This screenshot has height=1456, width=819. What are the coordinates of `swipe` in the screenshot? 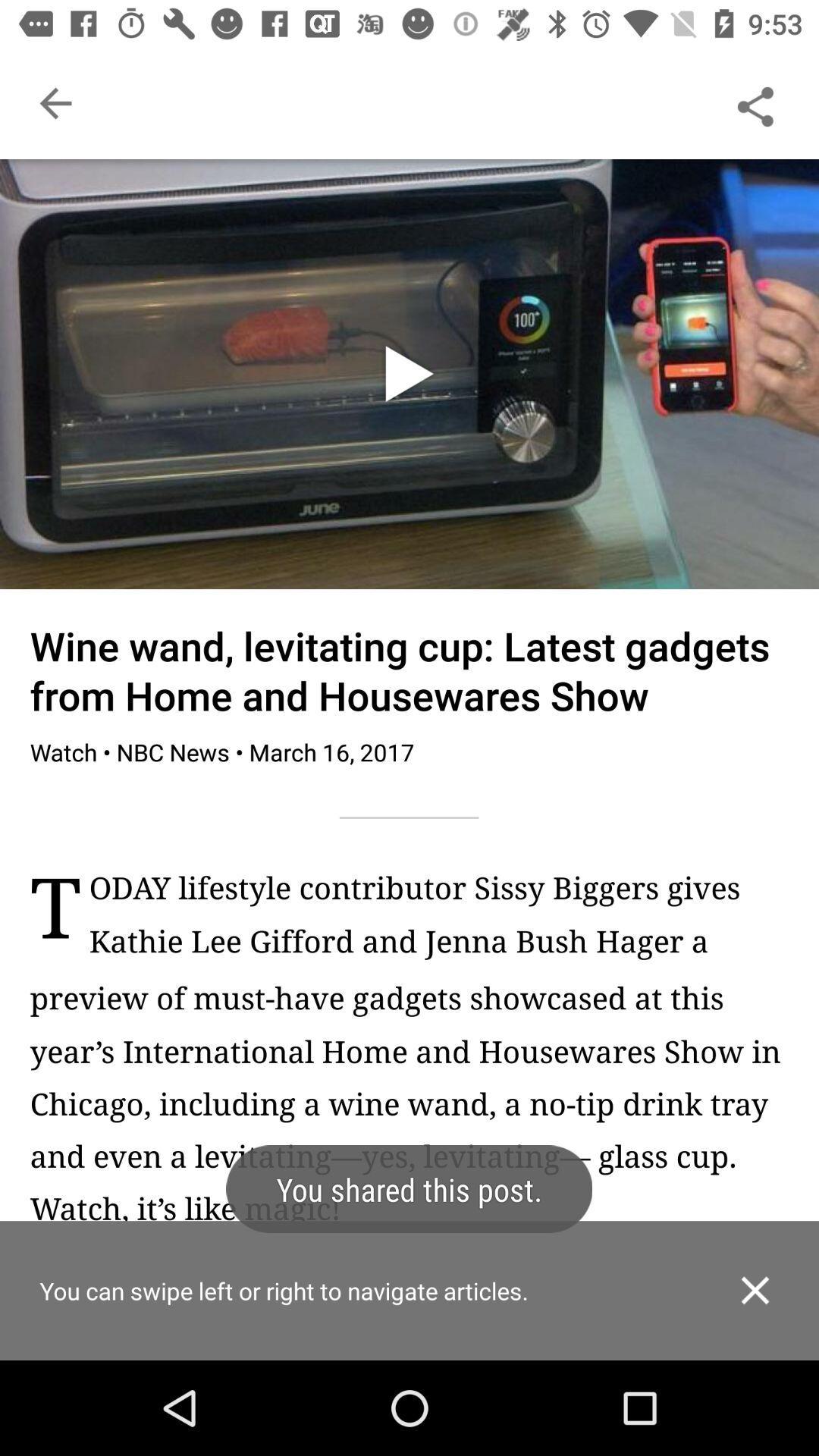 It's located at (409, 1316).